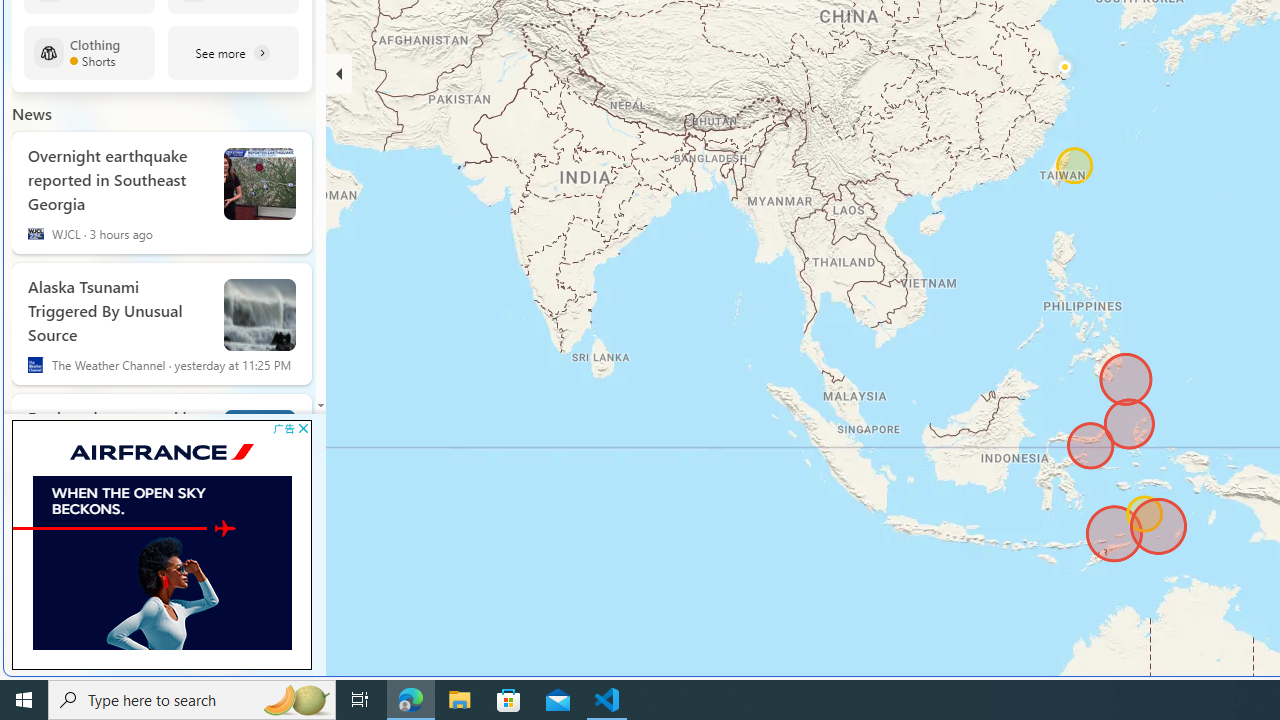 This screenshot has height=720, width=1280. Describe the element at coordinates (88, 51) in the screenshot. I see `'Clothing Shorts'` at that location.